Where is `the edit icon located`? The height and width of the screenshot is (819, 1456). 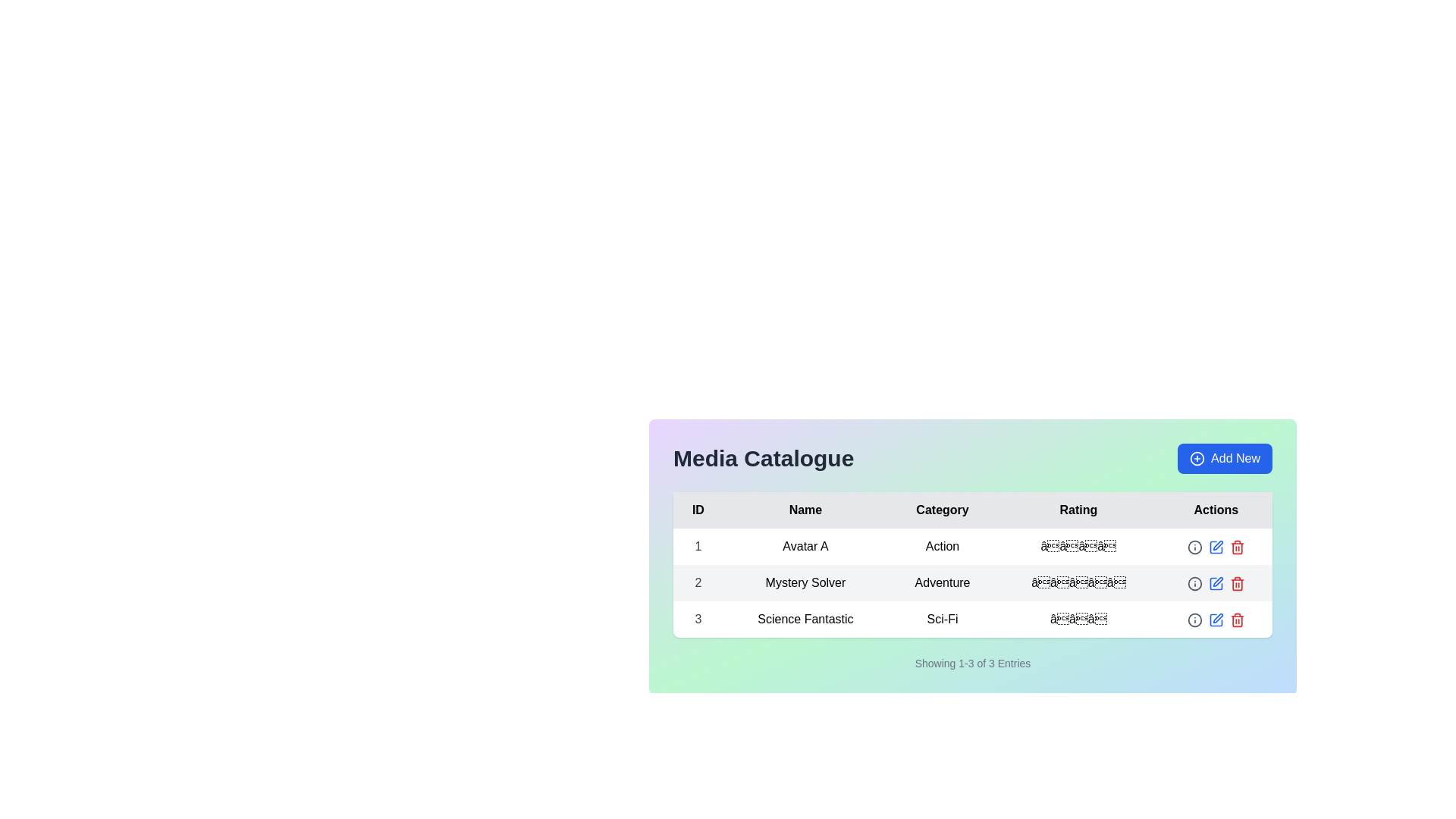
the edit icon located is located at coordinates (1218, 618).